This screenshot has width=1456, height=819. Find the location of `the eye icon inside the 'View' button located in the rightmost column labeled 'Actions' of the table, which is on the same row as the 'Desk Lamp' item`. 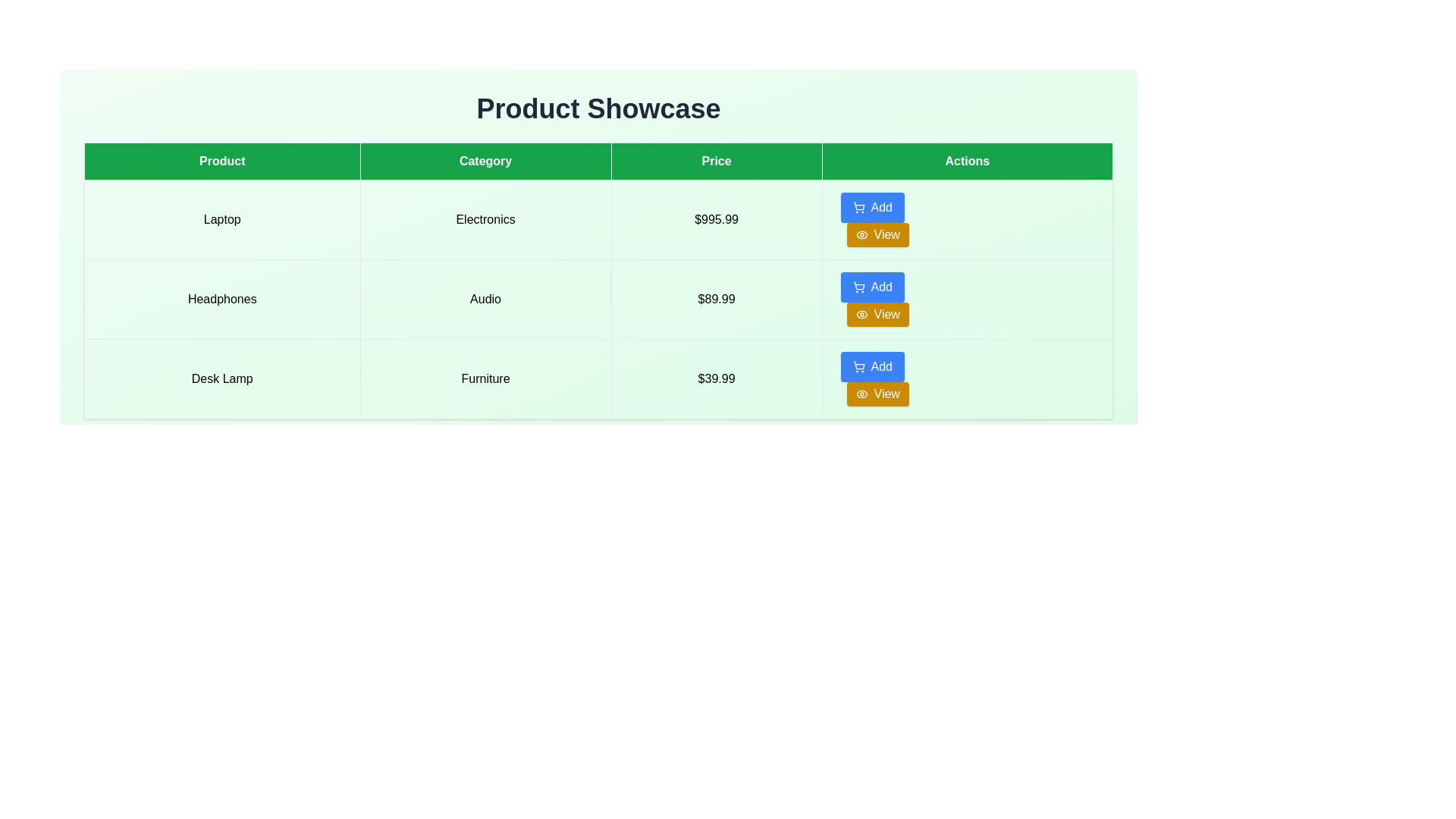

the eye icon inside the 'View' button located in the rightmost column labeled 'Actions' of the table, which is on the same row as the 'Desk Lamp' item is located at coordinates (861, 314).